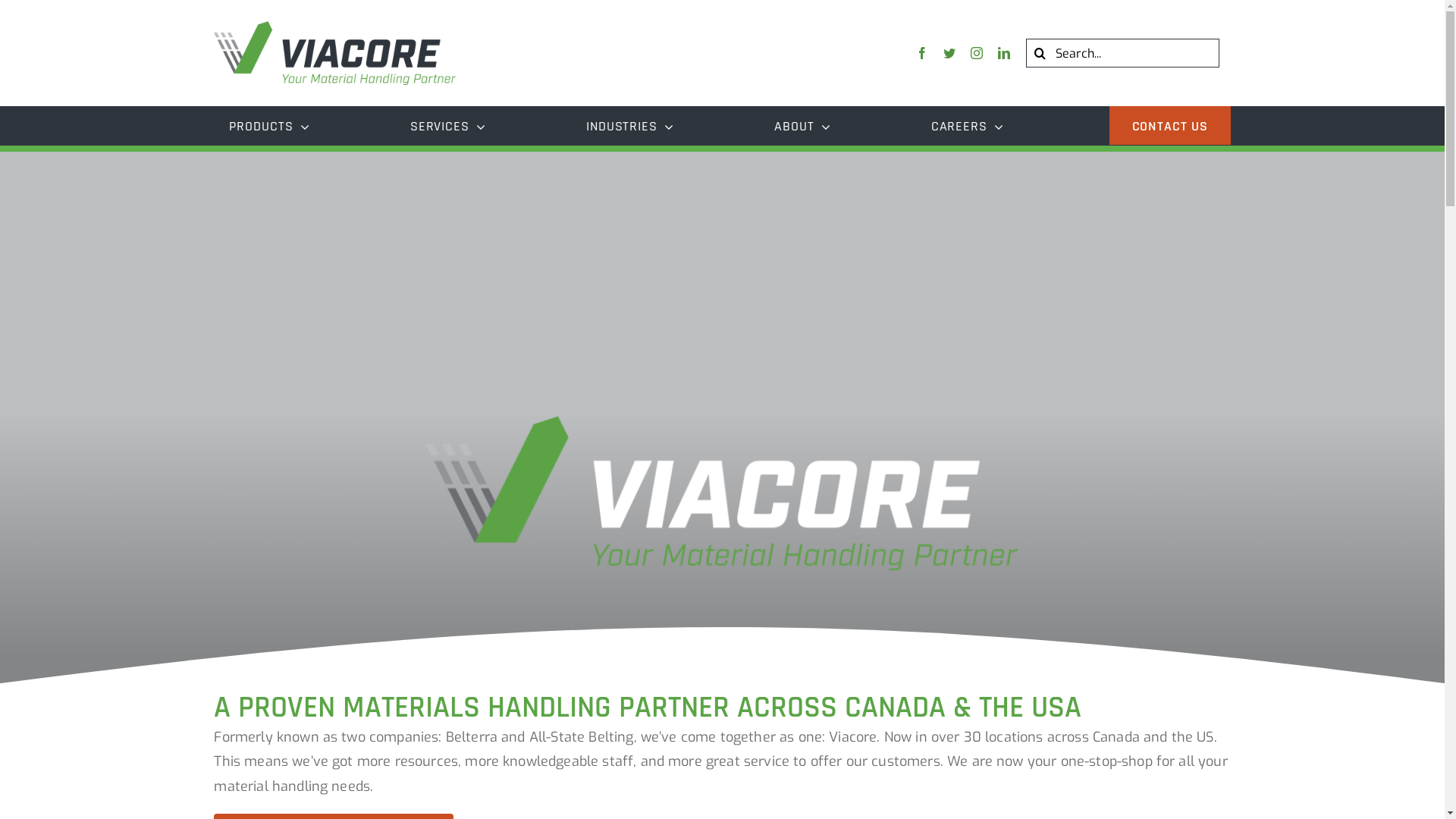 This screenshot has height=819, width=1456. I want to click on 'Twitter', so click(949, 52).